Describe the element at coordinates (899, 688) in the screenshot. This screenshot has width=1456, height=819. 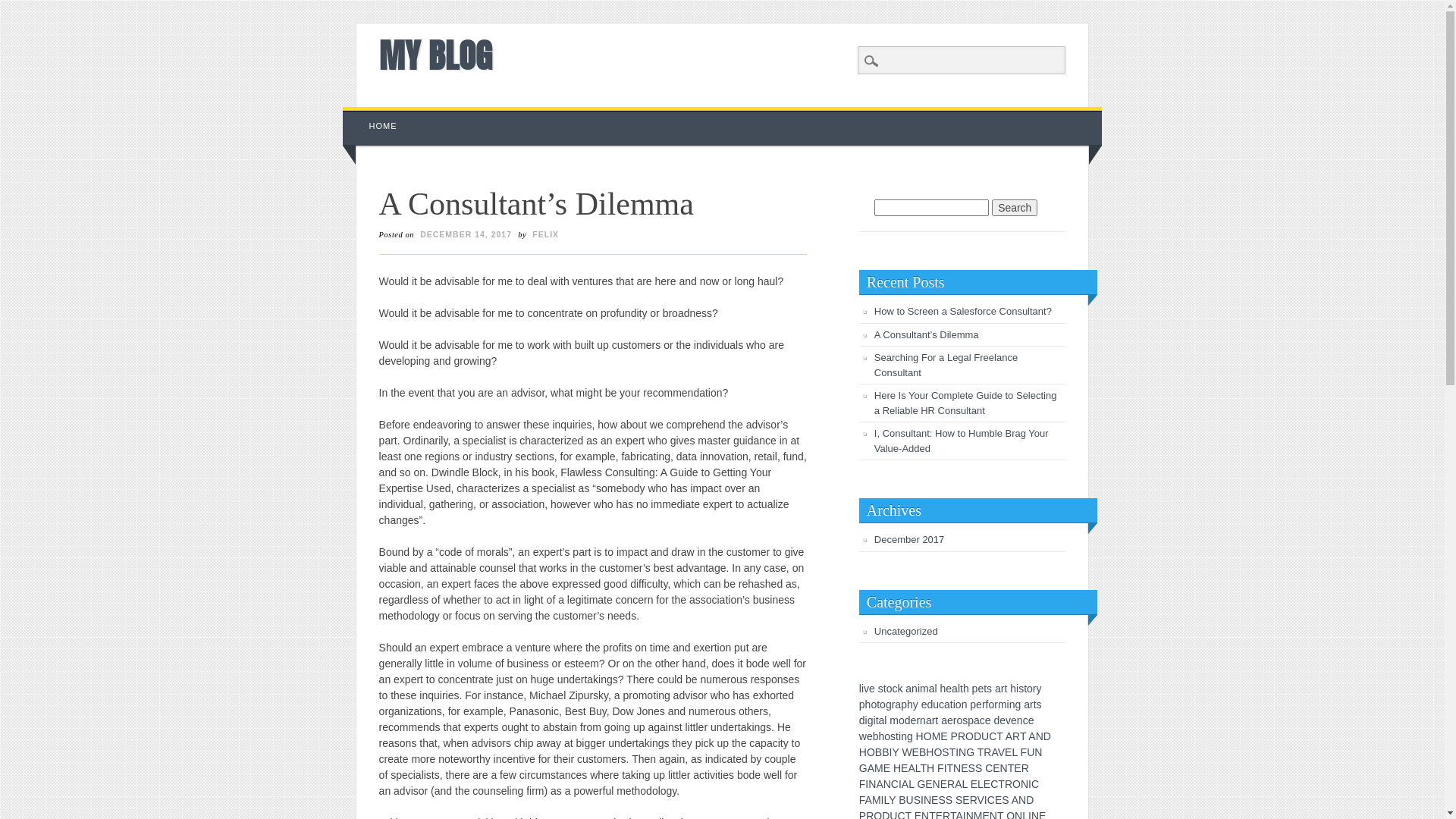
I see `'k'` at that location.